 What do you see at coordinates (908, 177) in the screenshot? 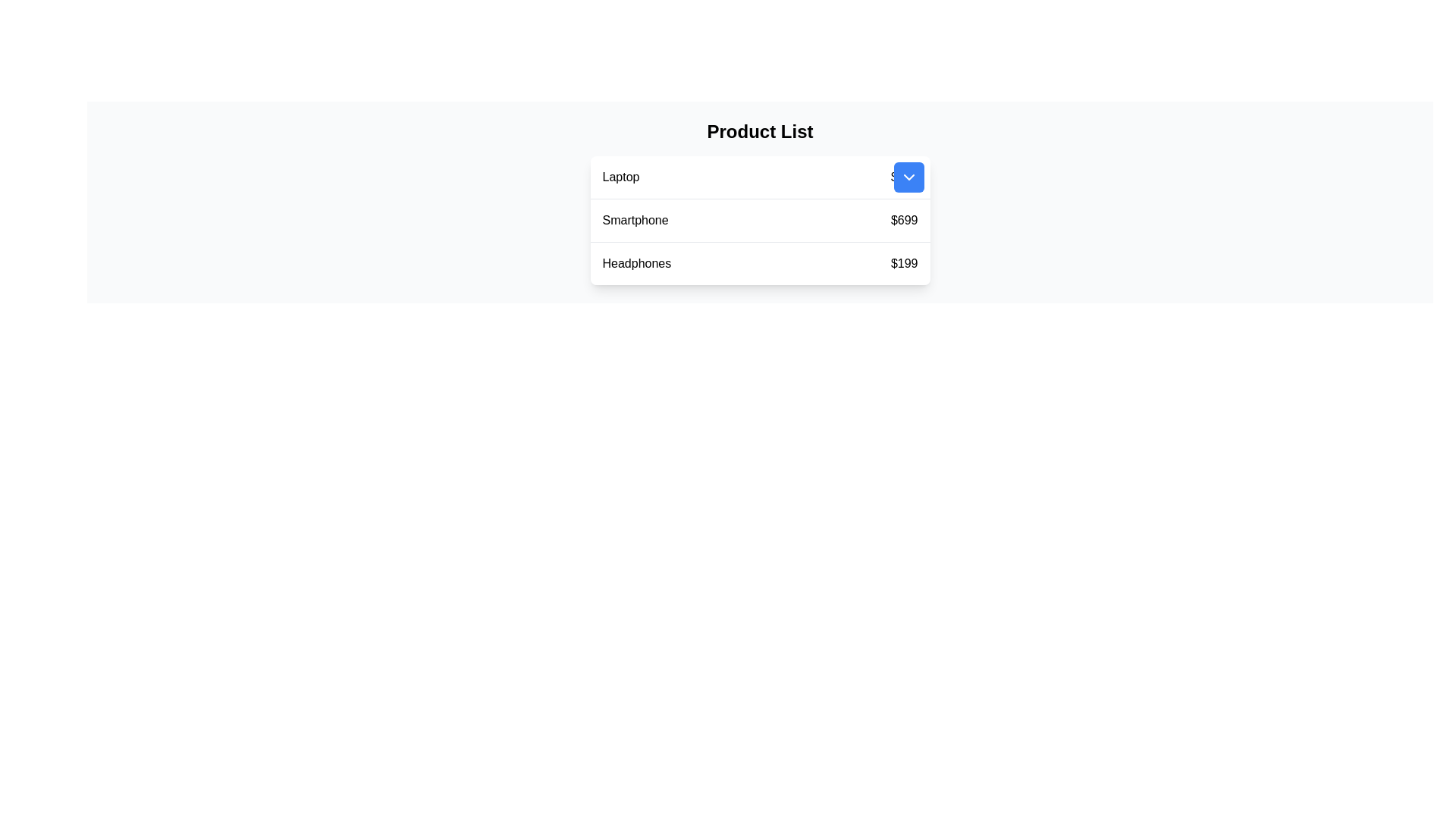
I see `the chevron-down icon located in the top-right corner of the product list table, which is styled with a light blue background and rounded corners` at bounding box center [908, 177].